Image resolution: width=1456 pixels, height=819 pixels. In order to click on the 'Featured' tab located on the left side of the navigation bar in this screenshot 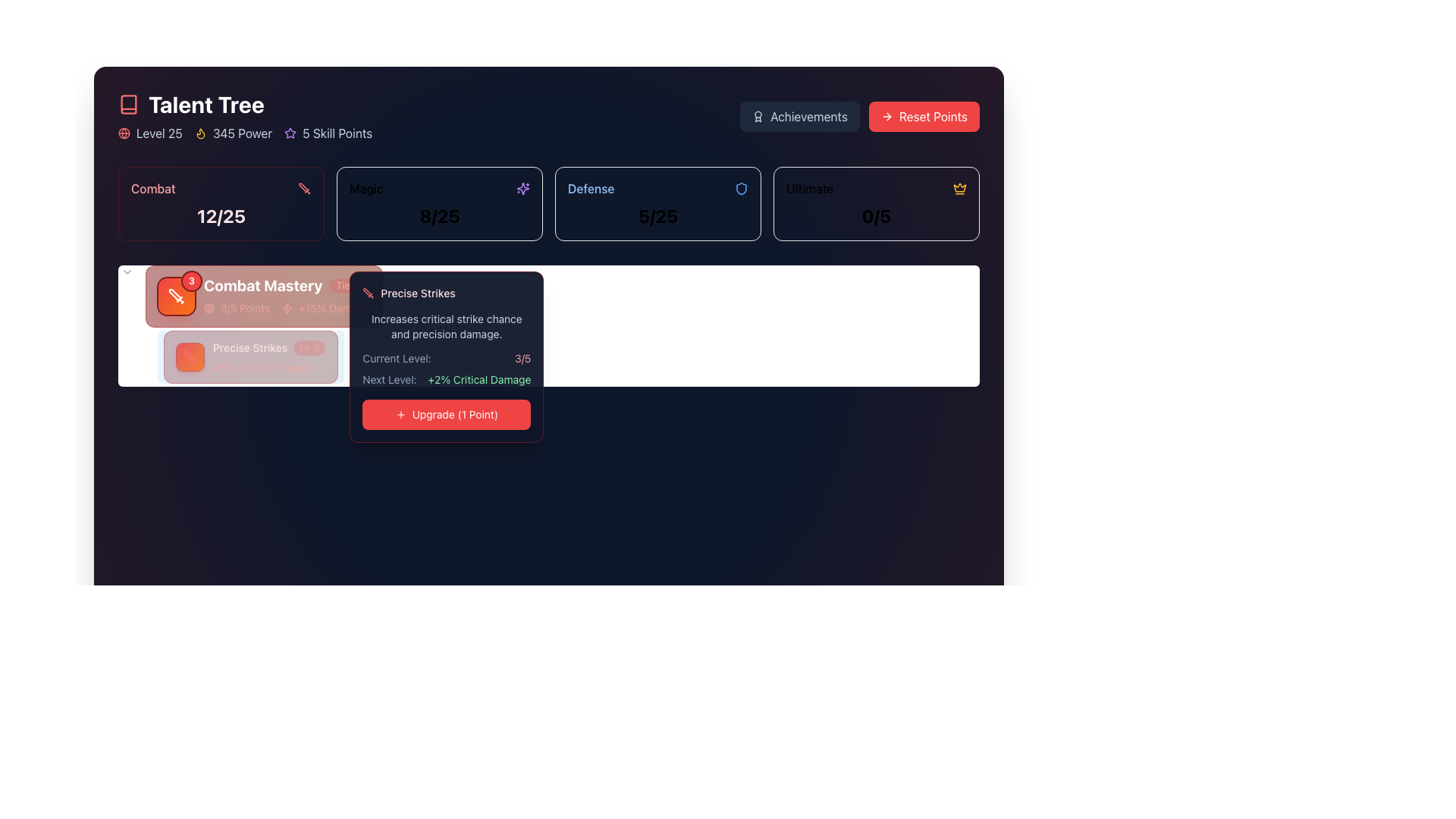, I will do `click(156, 113)`.